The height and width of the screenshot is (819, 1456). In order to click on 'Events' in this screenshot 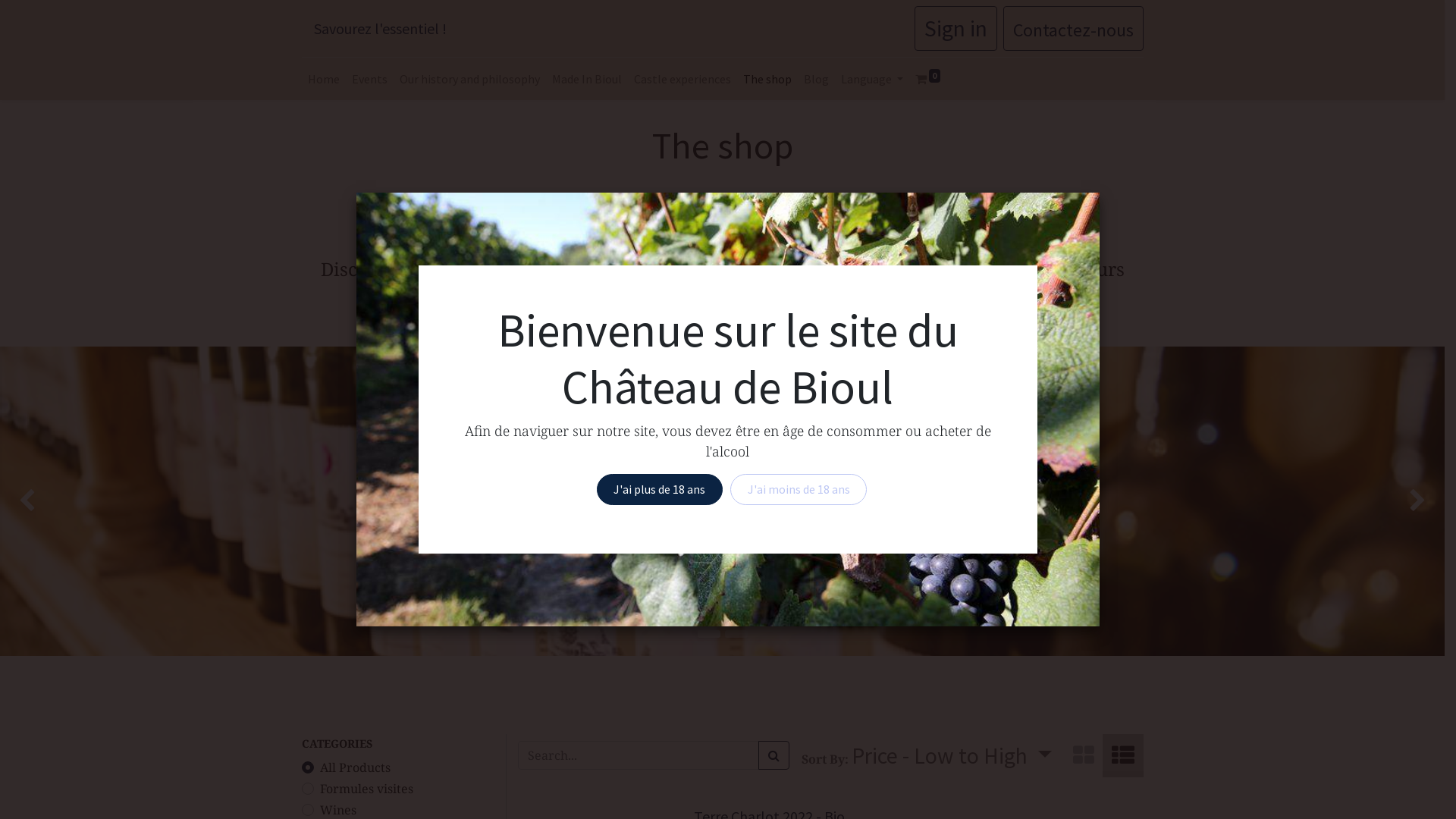, I will do `click(369, 79)`.